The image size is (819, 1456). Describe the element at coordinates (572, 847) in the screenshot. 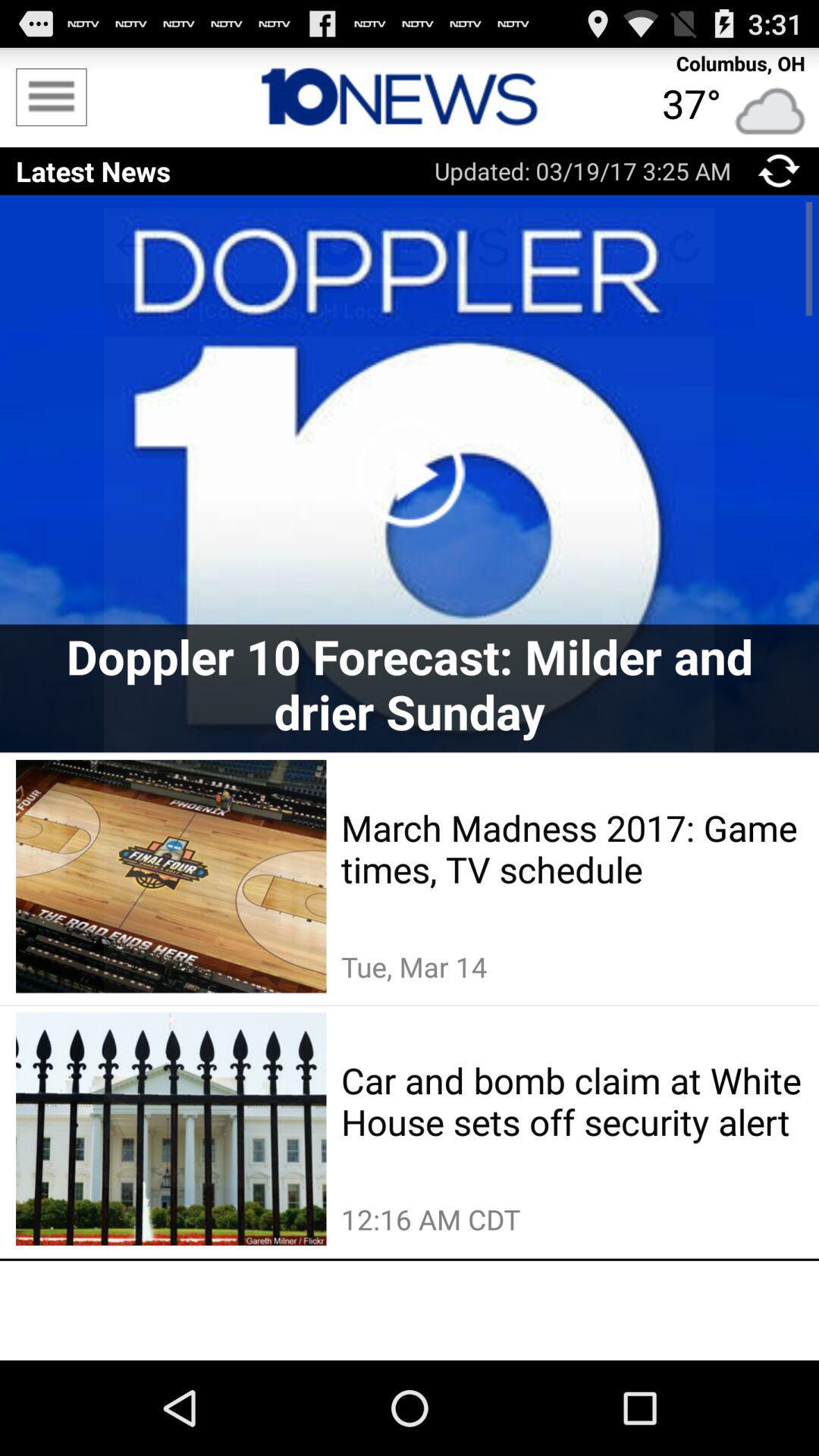

I see `the item above the tue, mar 14 icon` at that location.